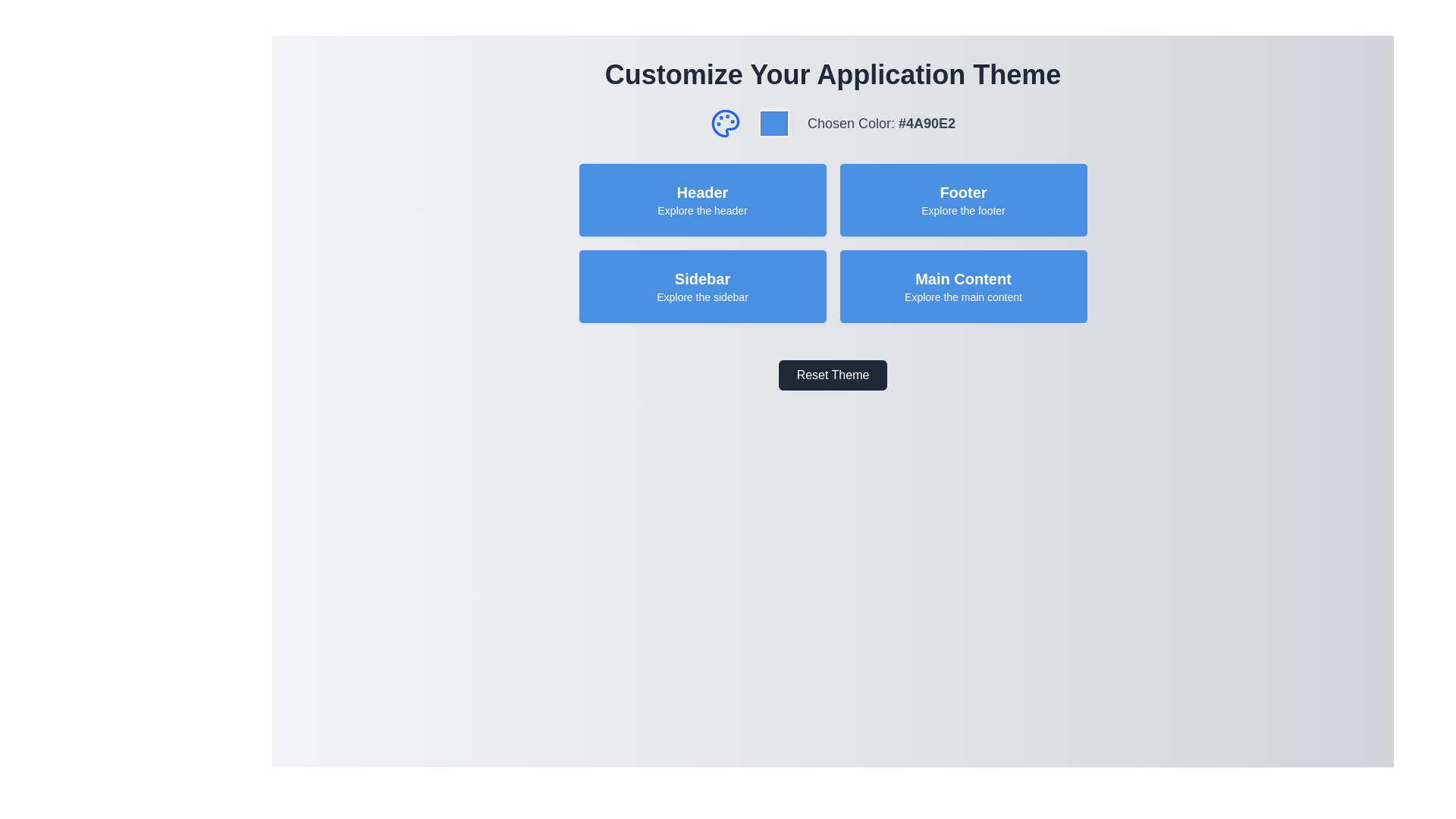  I want to click on the reset theme button located beneath the section of four blue rectangular buttons labeled 'Header', 'Footer', 'Sidebar', and 'Main Content' to change its appearance, so click(832, 375).